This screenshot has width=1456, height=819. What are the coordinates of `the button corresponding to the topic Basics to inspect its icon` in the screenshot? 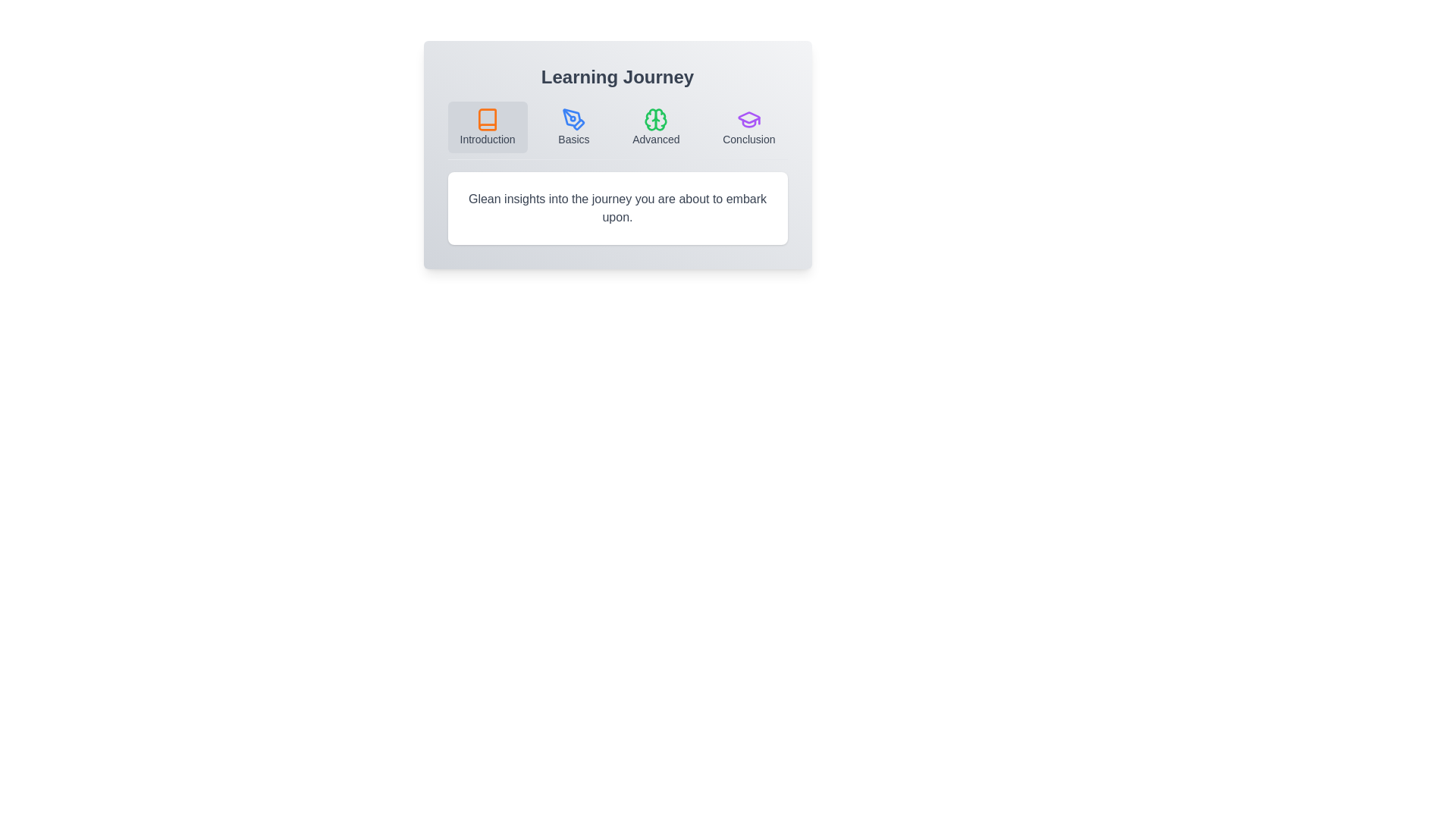 It's located at (572, 127).